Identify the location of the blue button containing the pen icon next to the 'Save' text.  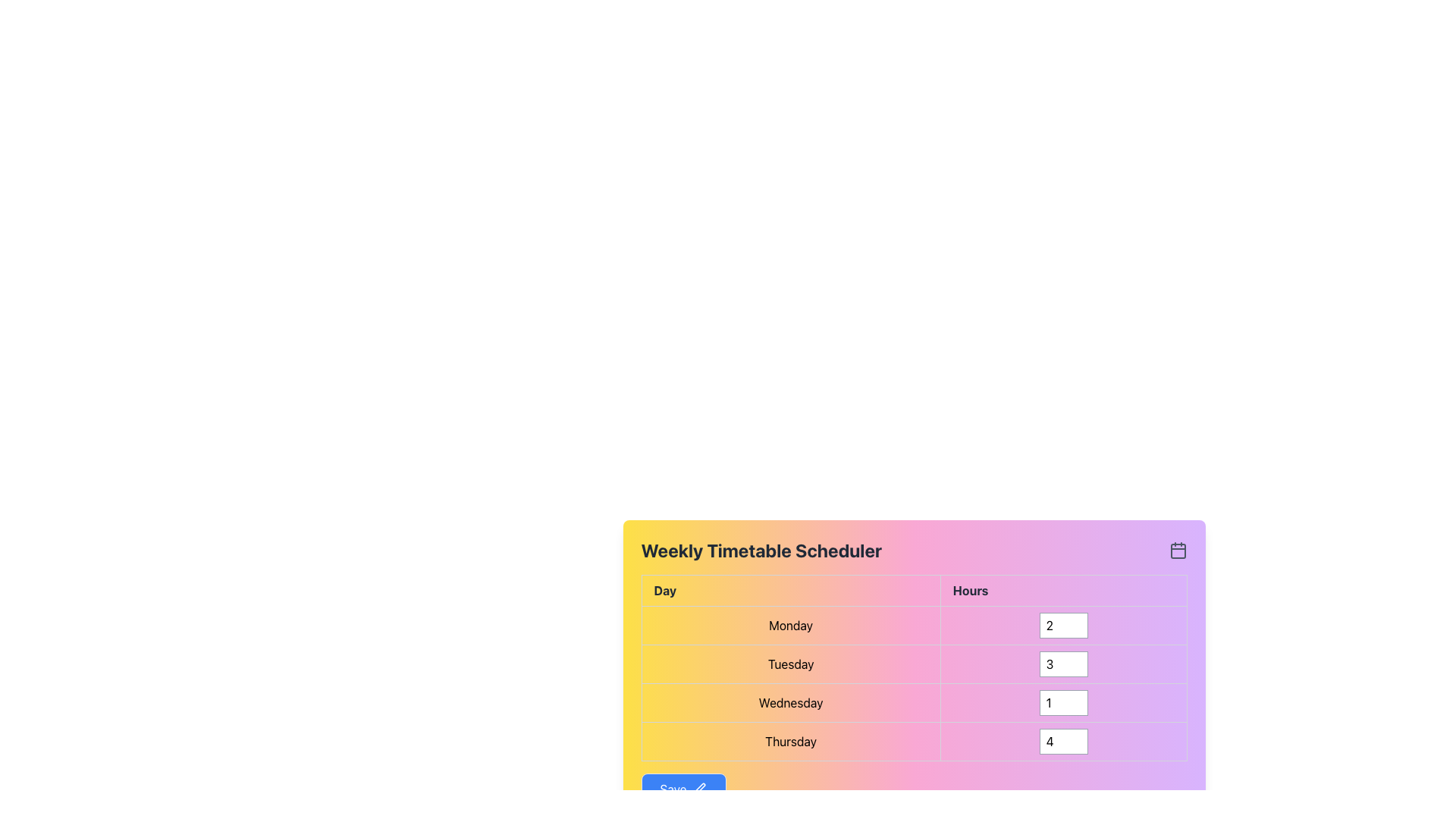
(699, 789).